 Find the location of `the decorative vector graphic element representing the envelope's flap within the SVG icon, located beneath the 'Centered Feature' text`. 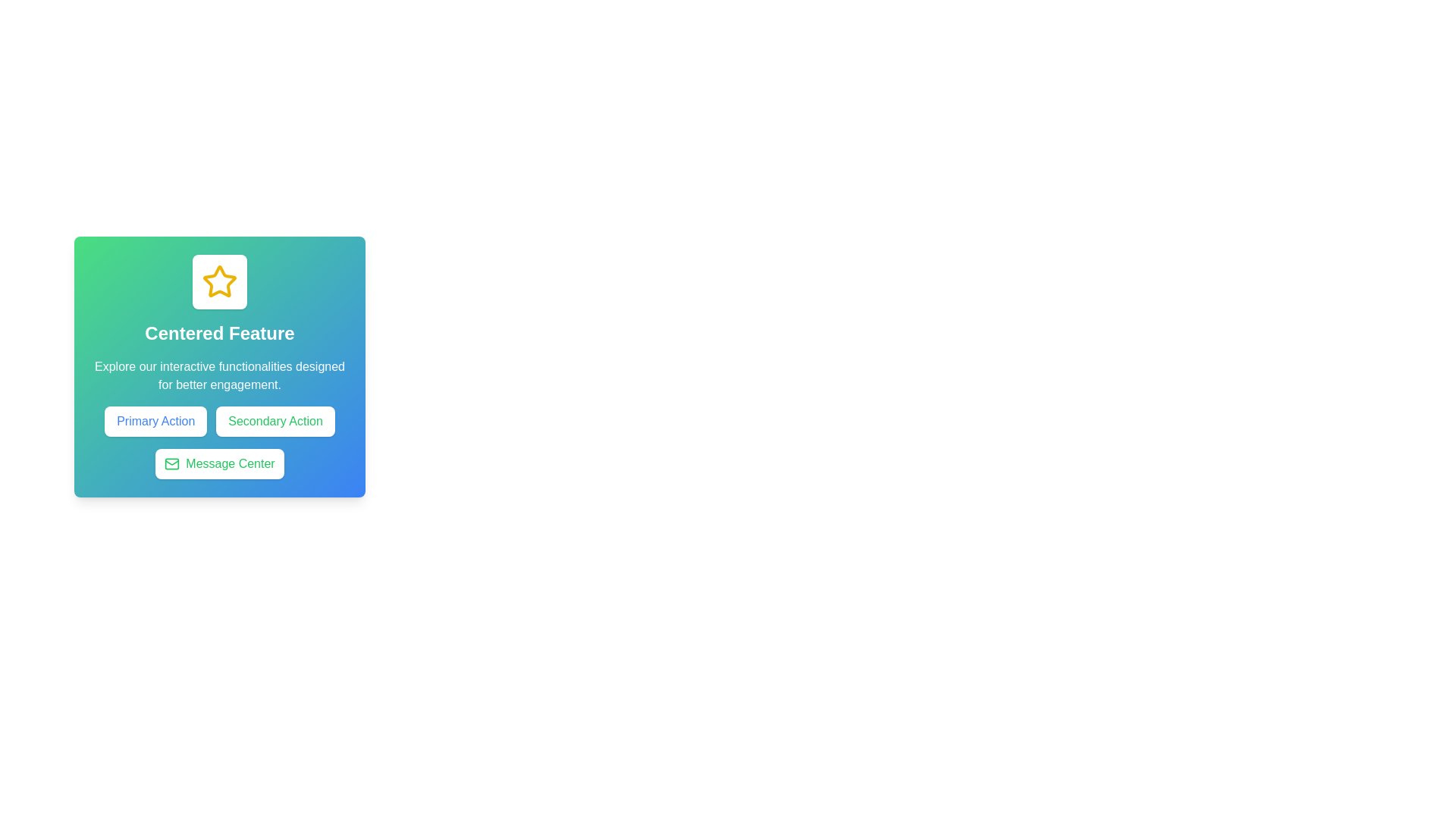

the decorative vector graphic element representing the envelope's flap within the SVG icon, located beneath the 'Centered Feature' text is located at coordinates (172, 462).